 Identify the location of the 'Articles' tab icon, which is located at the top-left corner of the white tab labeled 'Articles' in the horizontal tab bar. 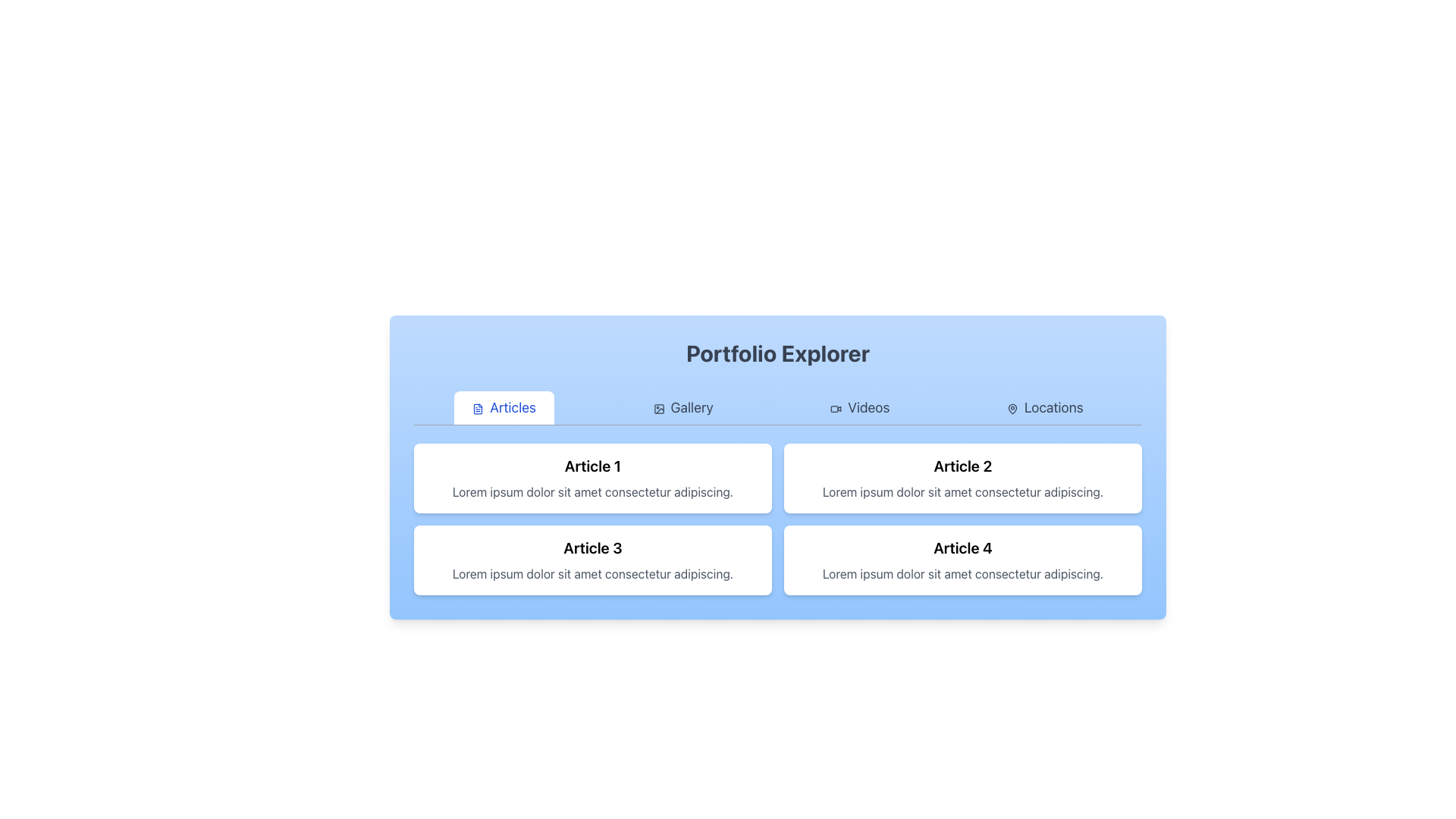
(477, 408).